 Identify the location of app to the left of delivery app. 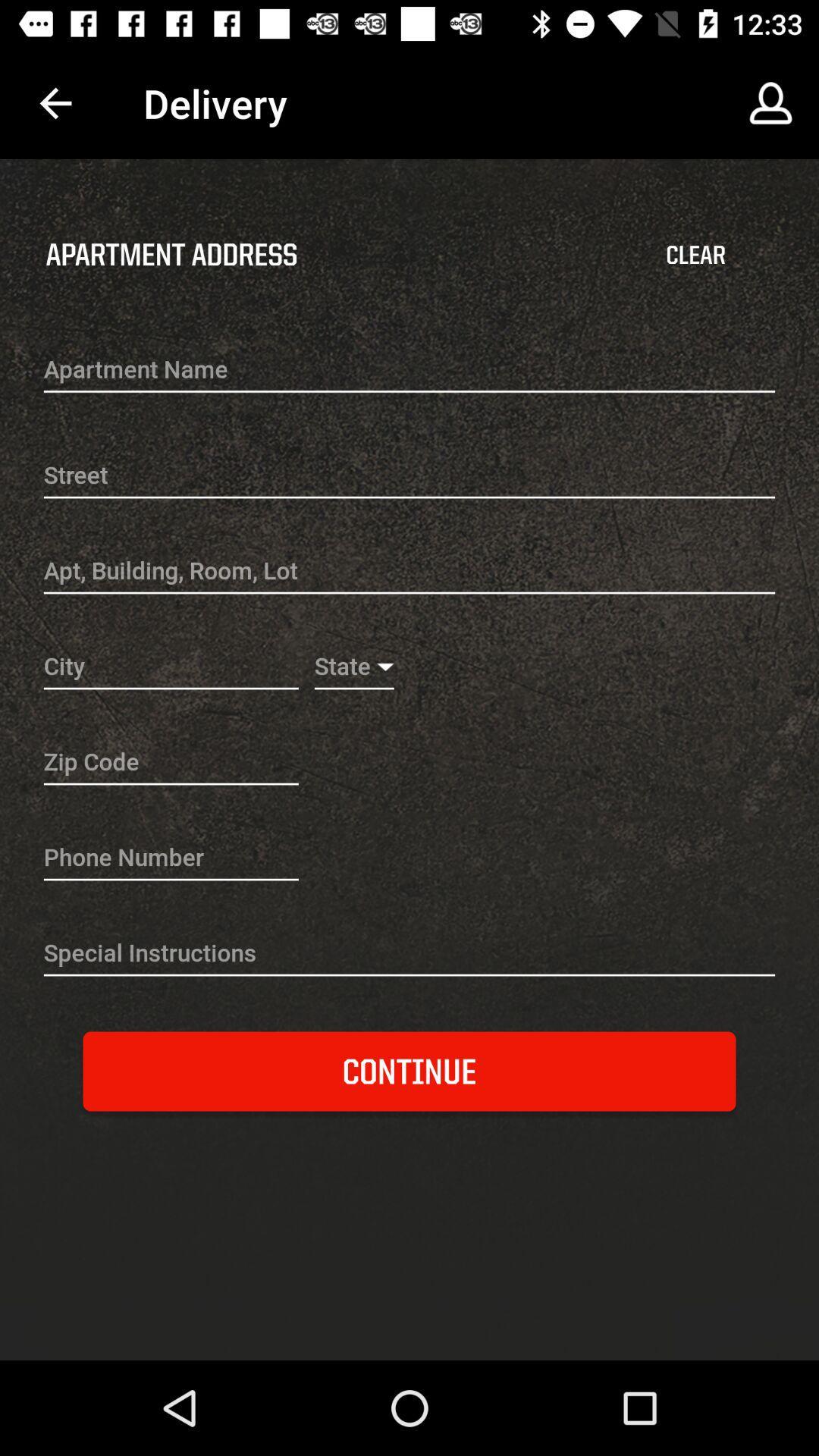
(55, 102).